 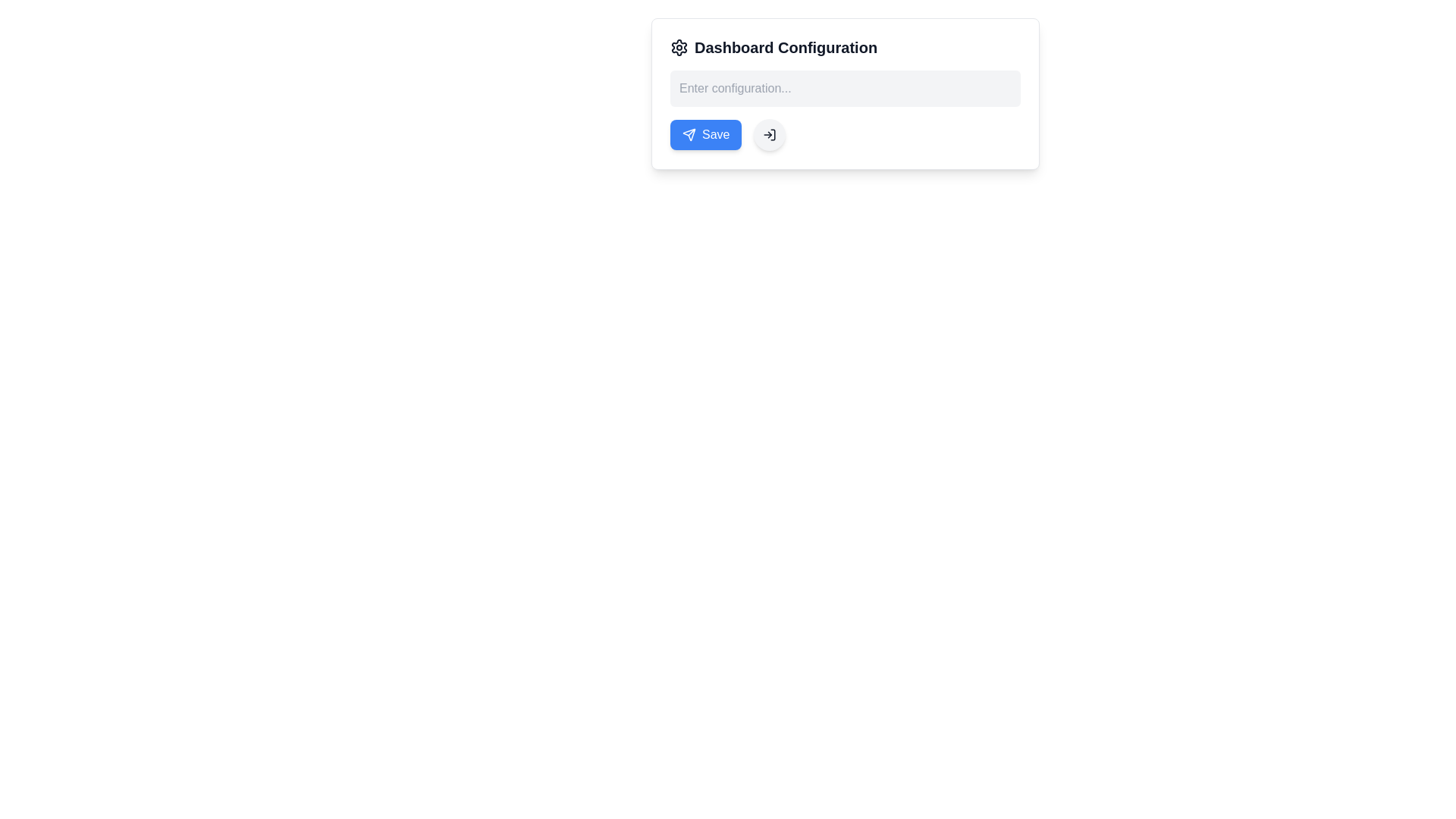 What do you see at coordinates (844, 46) in the screenshot?
I see `the Text Label that serves as a descriptive heading for the dashboard configuration interface, located at the top center within a white box area` at bounding box center [844, 46].